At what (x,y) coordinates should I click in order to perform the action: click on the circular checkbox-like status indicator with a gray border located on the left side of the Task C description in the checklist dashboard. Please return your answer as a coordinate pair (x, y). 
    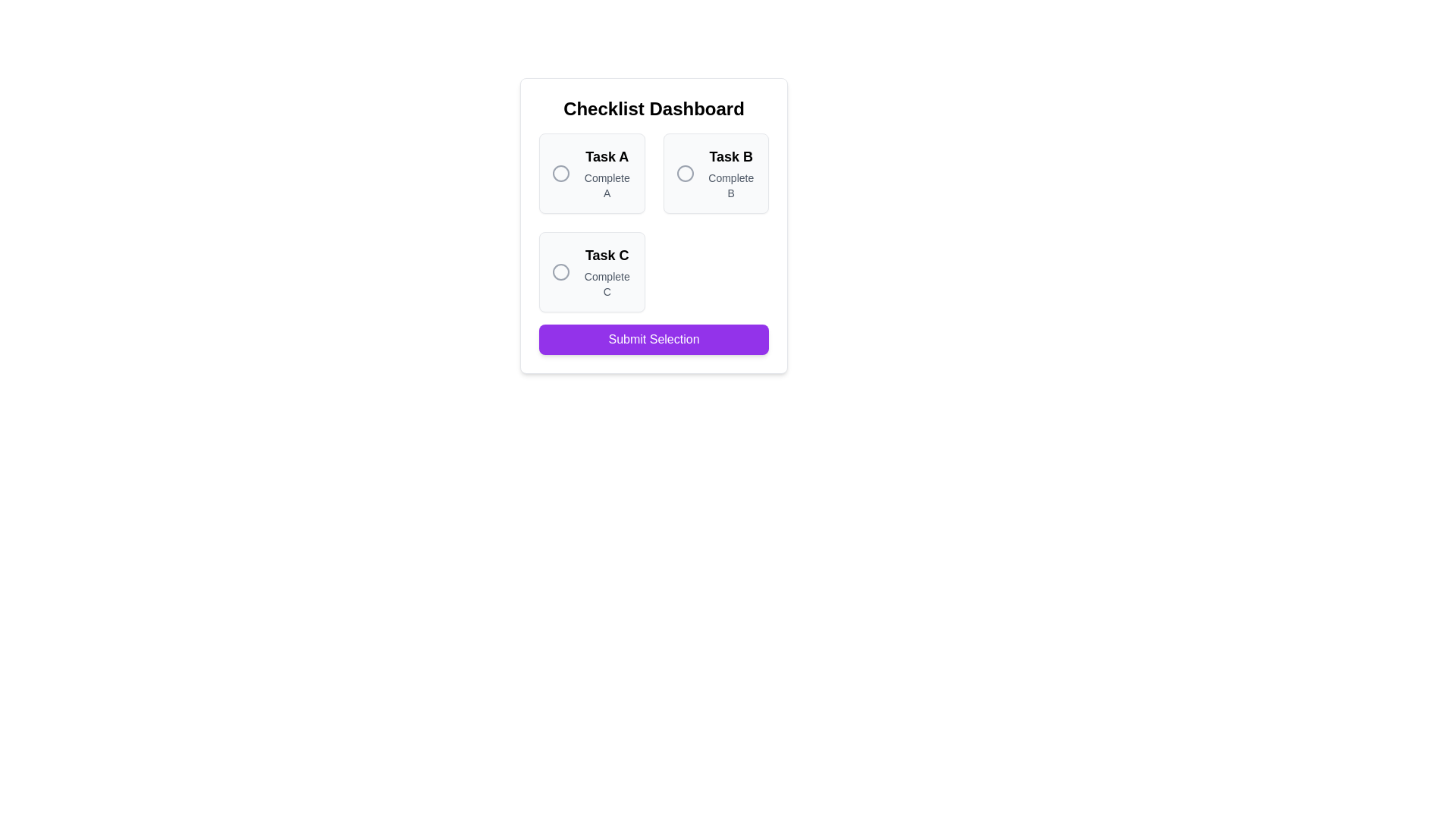
    Looking at the image, I should click on (560, 271).